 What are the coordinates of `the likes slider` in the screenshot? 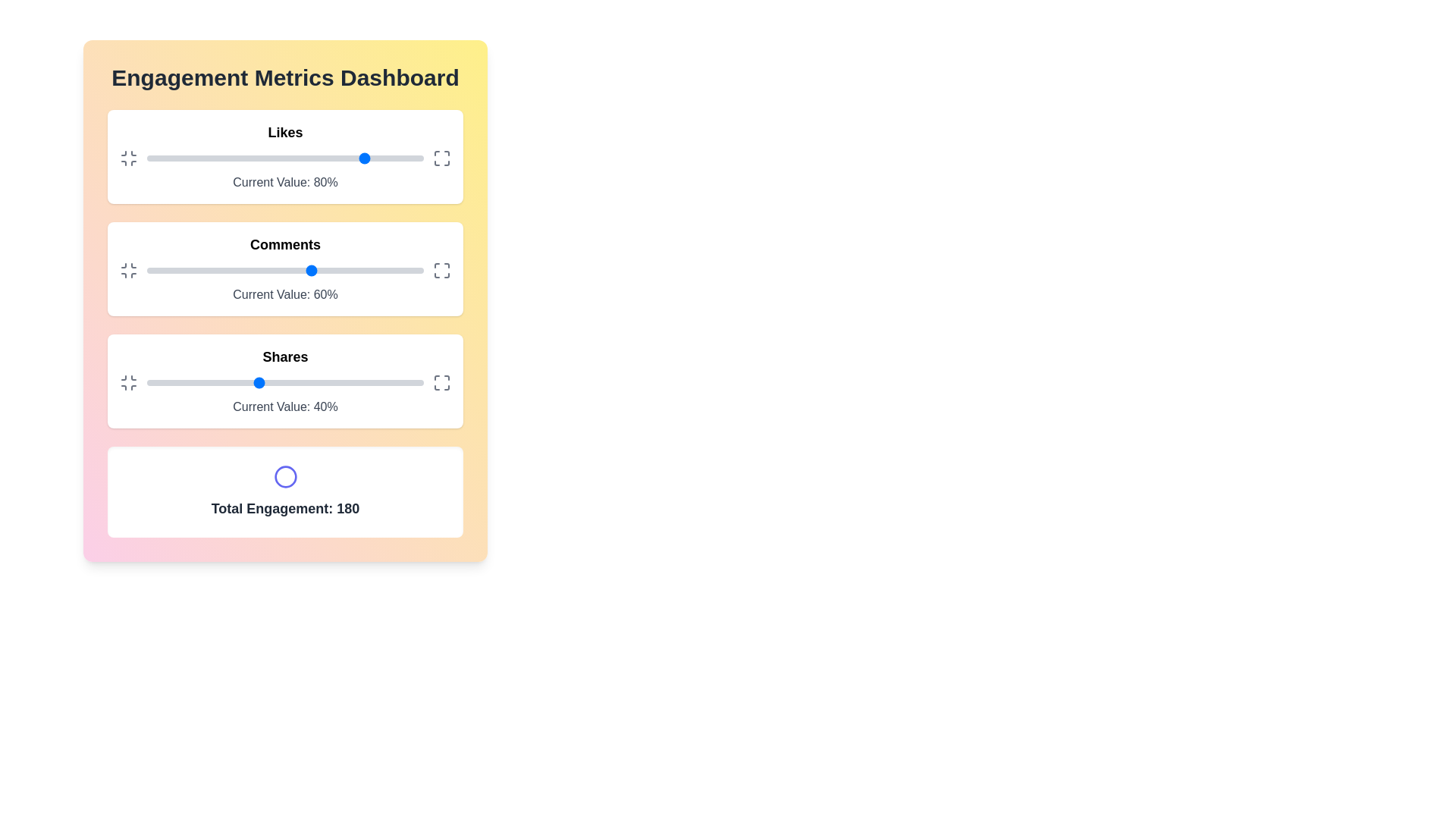 It's located at (388, 158).